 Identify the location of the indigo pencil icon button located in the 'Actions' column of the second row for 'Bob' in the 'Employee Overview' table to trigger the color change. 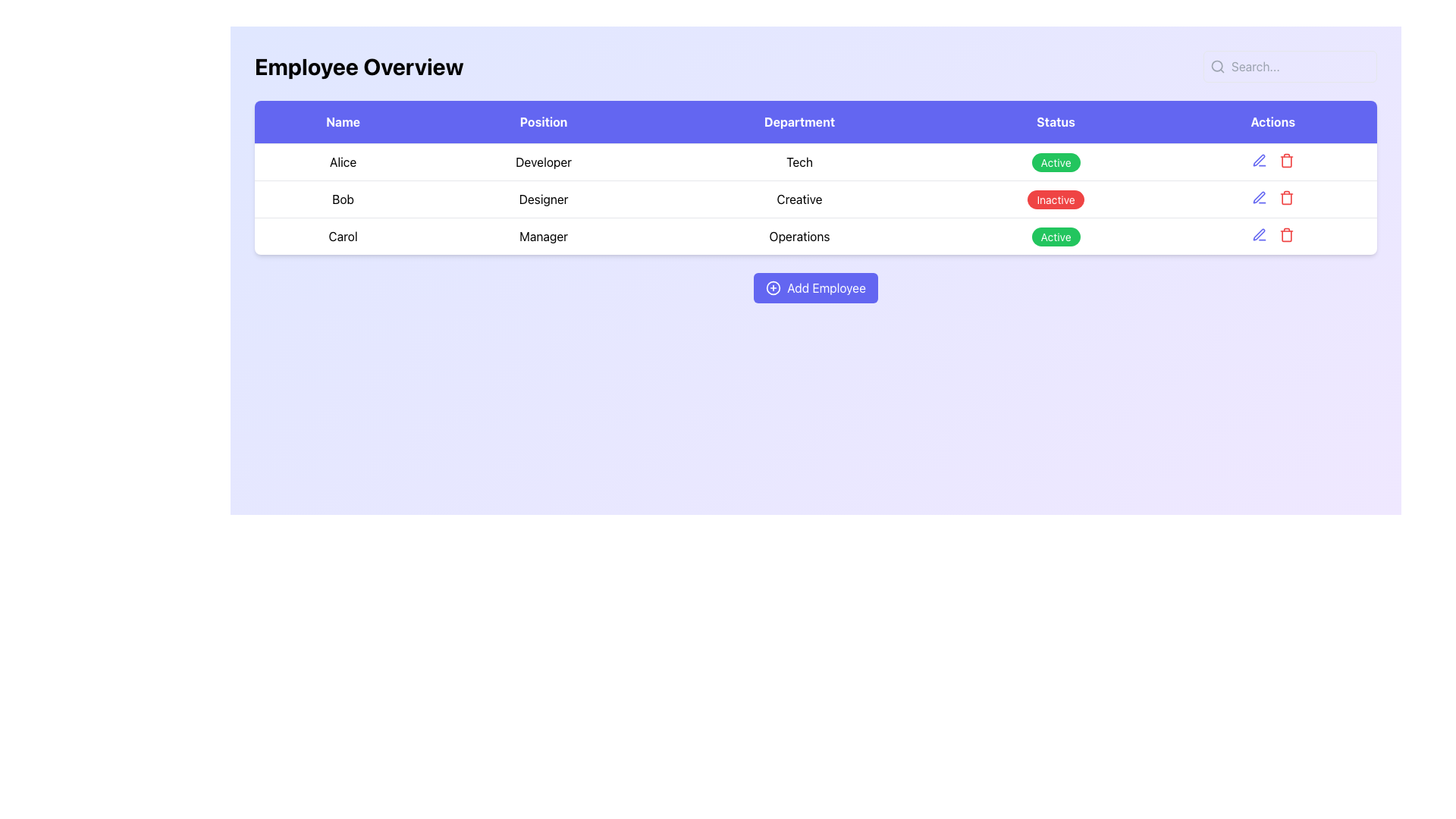
(1259, 161).